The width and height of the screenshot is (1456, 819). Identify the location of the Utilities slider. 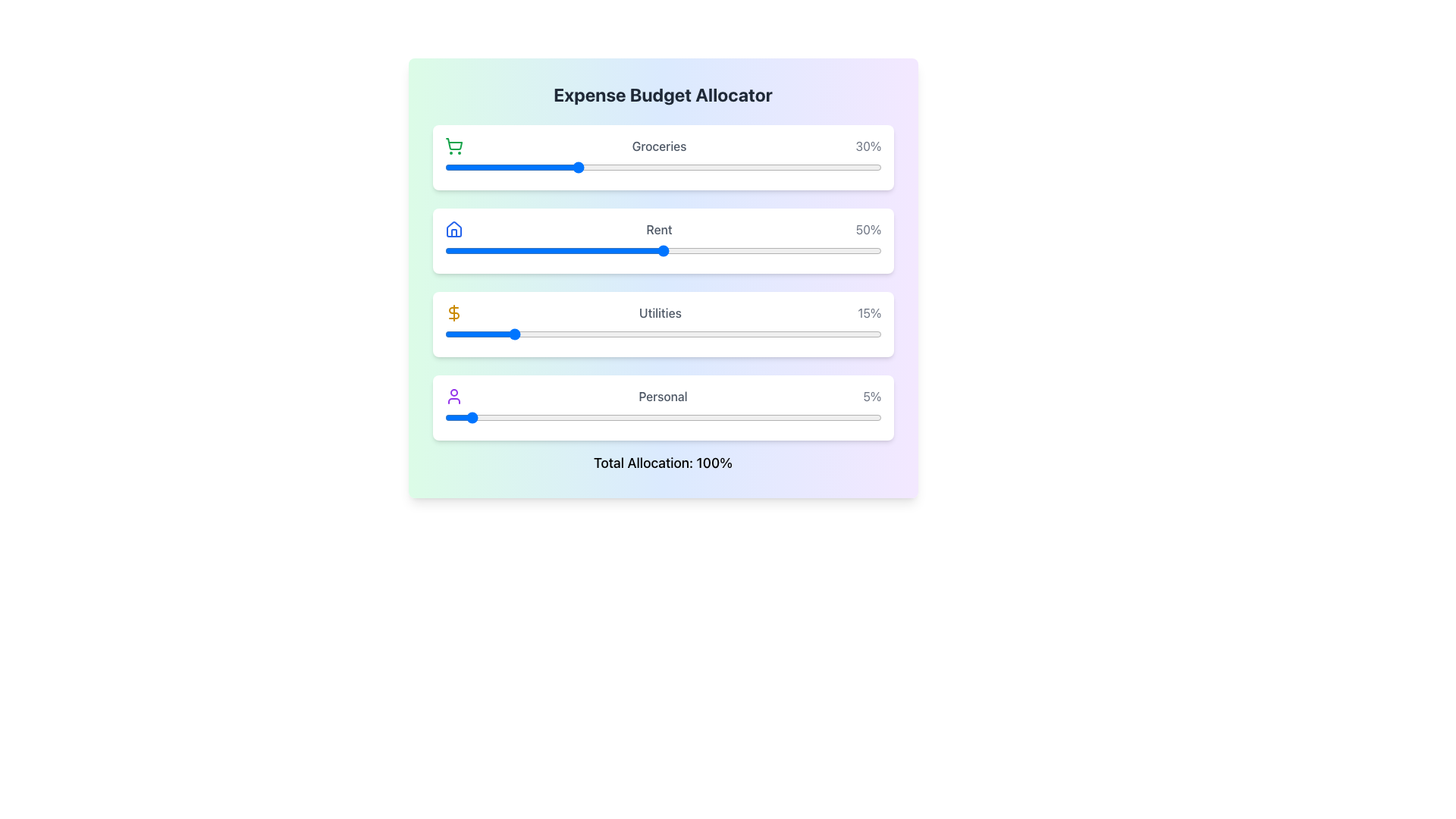
(492, 333).